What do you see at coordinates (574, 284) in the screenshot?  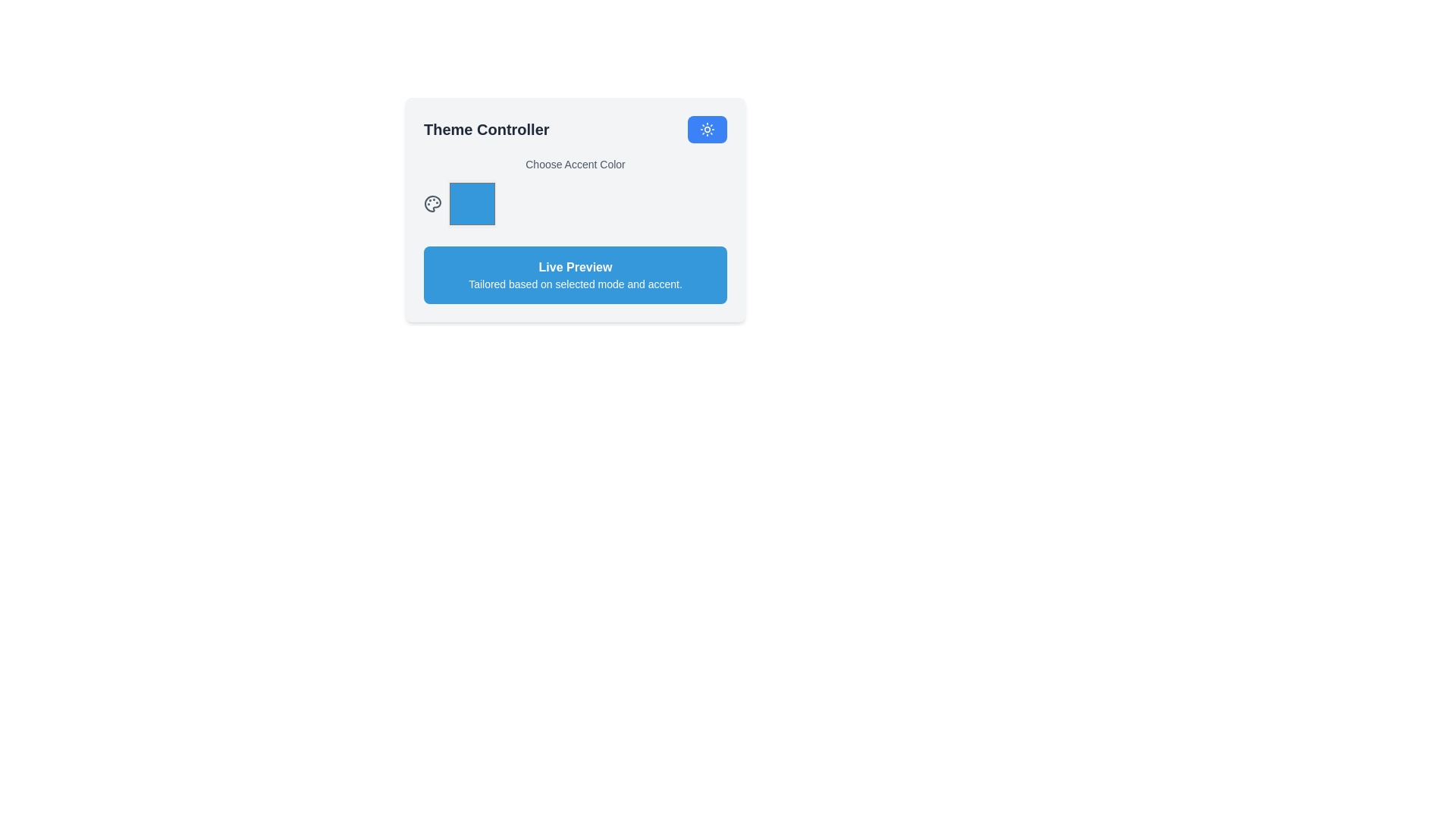 I see `the Text Label that reads 'Tailored based on selected mode and accent', which is located below the 'Live Preview' text within a rounded blue rectangle` at bounding box center [574, 284].